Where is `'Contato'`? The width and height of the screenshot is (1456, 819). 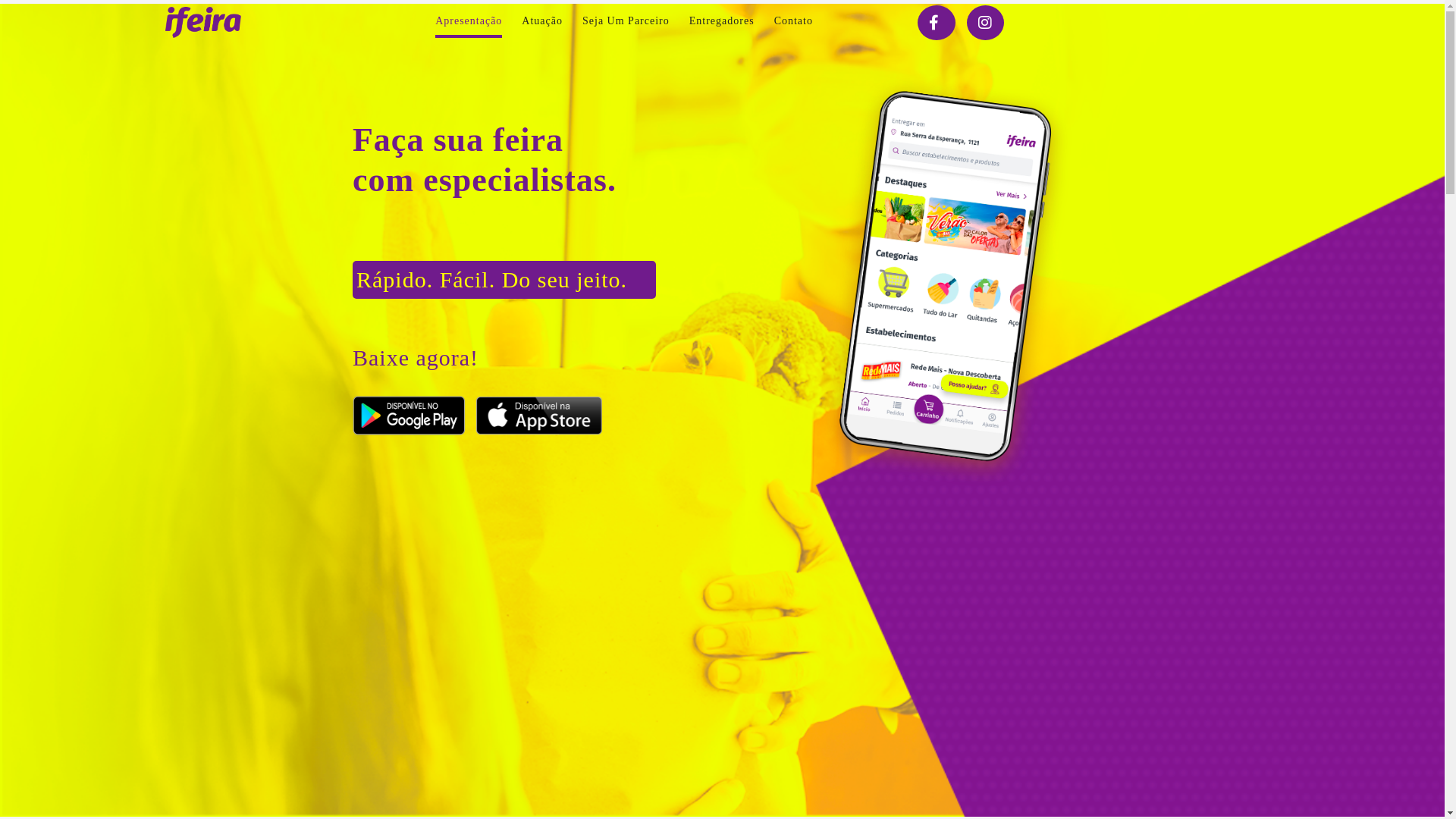 'Contato' is located at coordinates (792, 20).